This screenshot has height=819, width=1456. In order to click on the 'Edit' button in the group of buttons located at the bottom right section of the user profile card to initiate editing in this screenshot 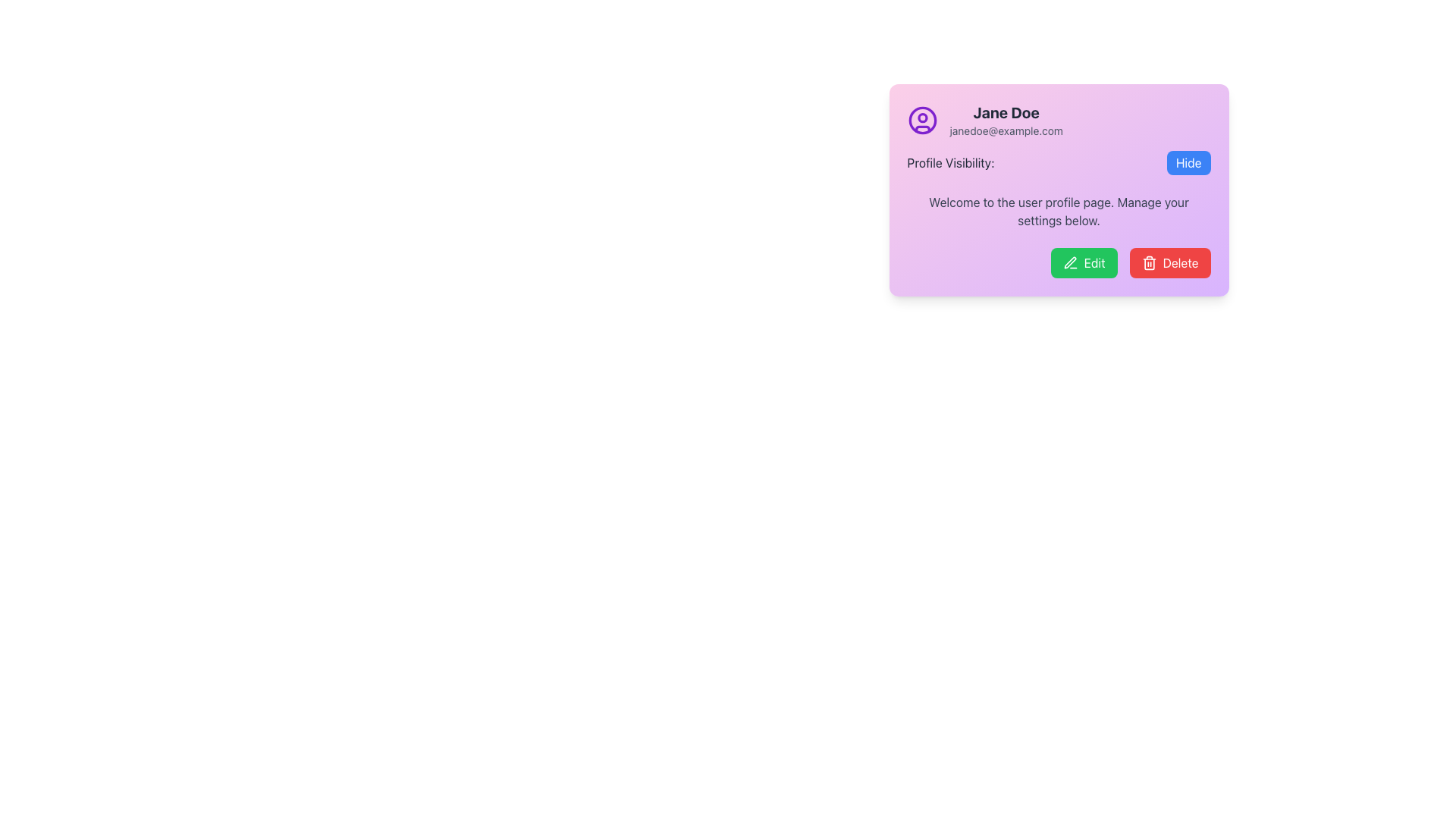, I will do `click(1058, 262)`.